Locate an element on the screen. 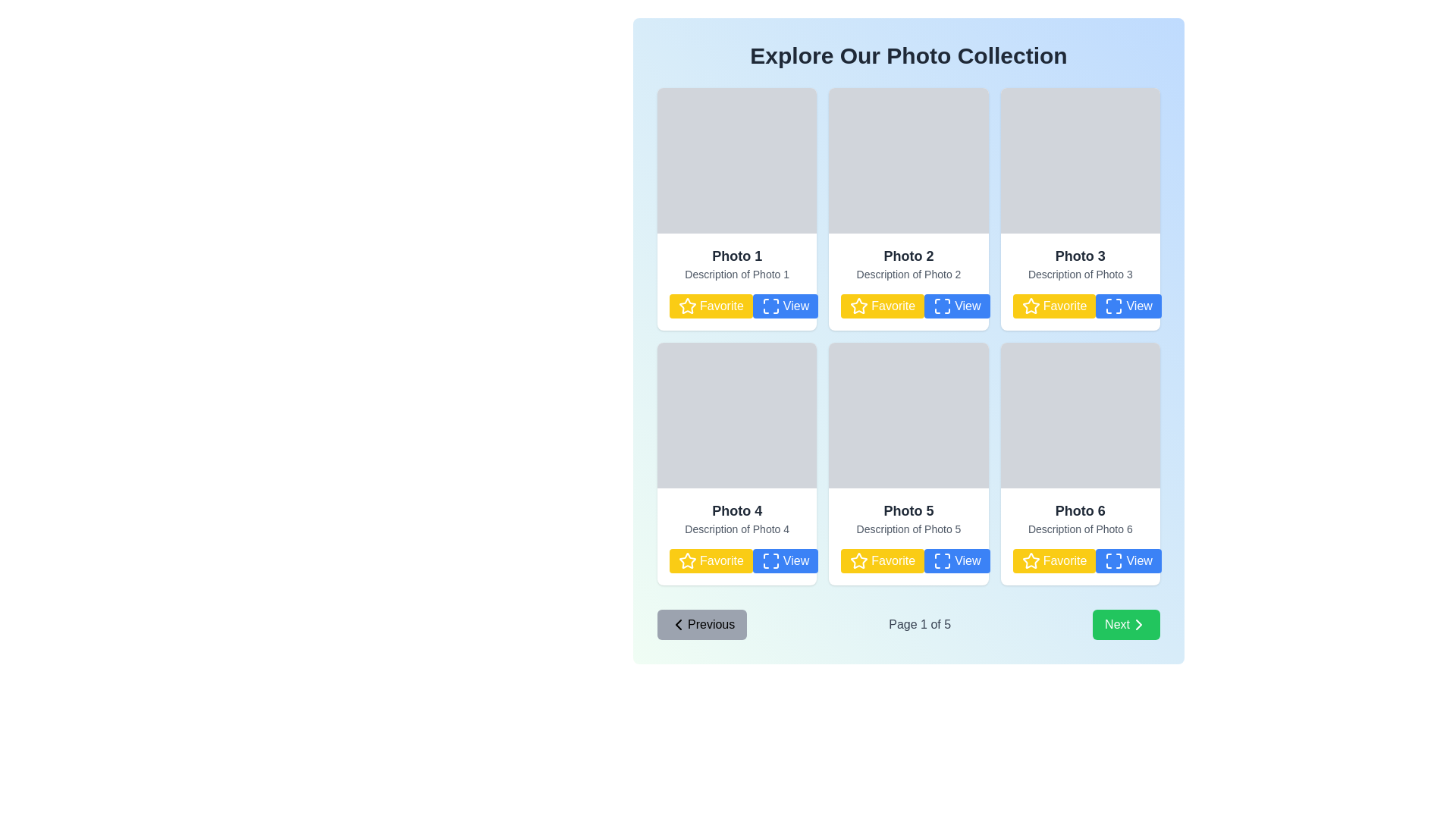  the 'Favorite' button with a star icon on the left, located at the bottom of the 'Photo 1' card in the grid layout is located at coordinates (737, 306).